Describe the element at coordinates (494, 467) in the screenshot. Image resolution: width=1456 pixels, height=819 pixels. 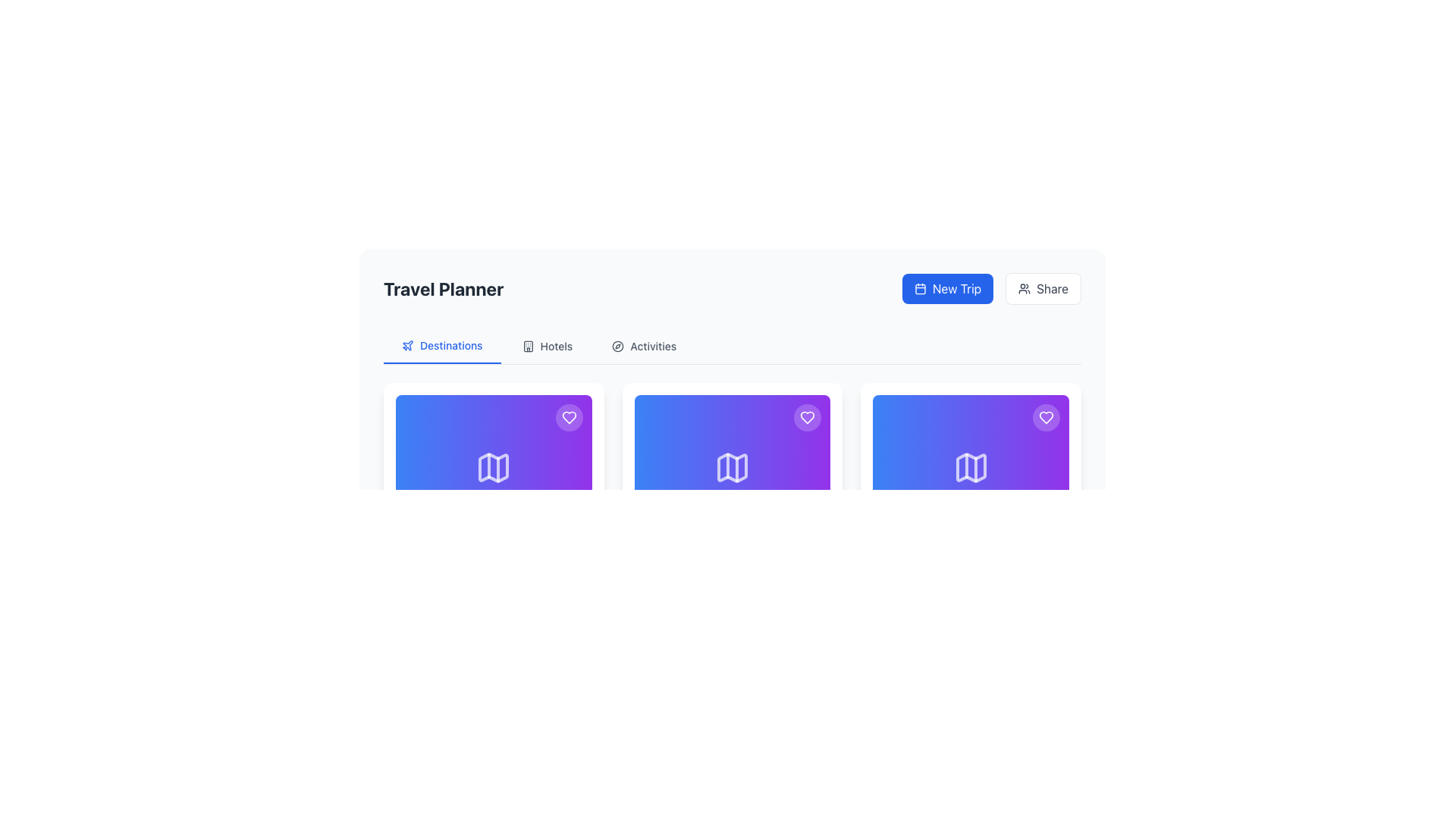
I see `the map-related Icon embedded within the first card under the 'Destinations' section` at that location.